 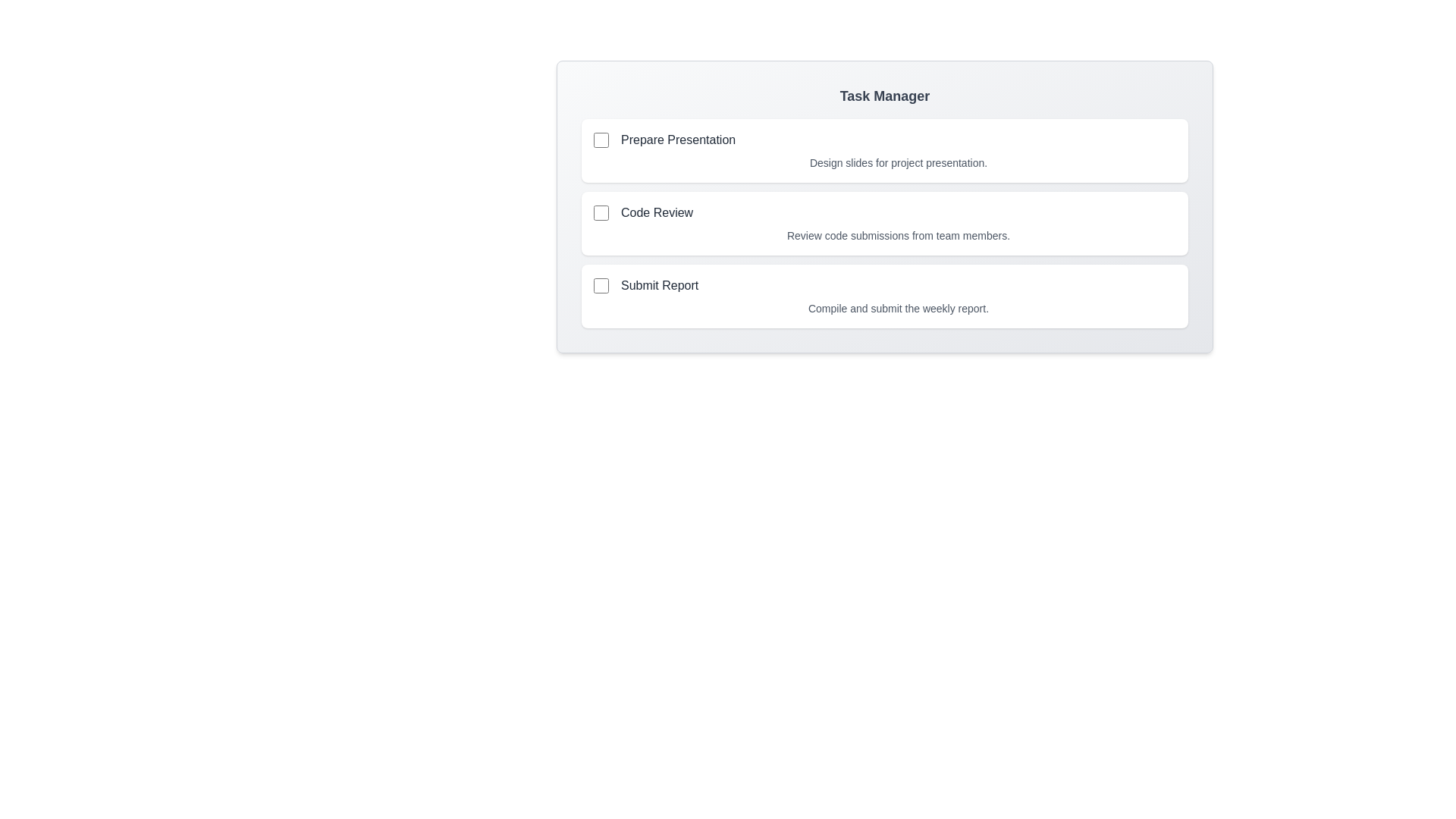 I want to click on the task title Submit Report to select it, so click(x=660, y=286).